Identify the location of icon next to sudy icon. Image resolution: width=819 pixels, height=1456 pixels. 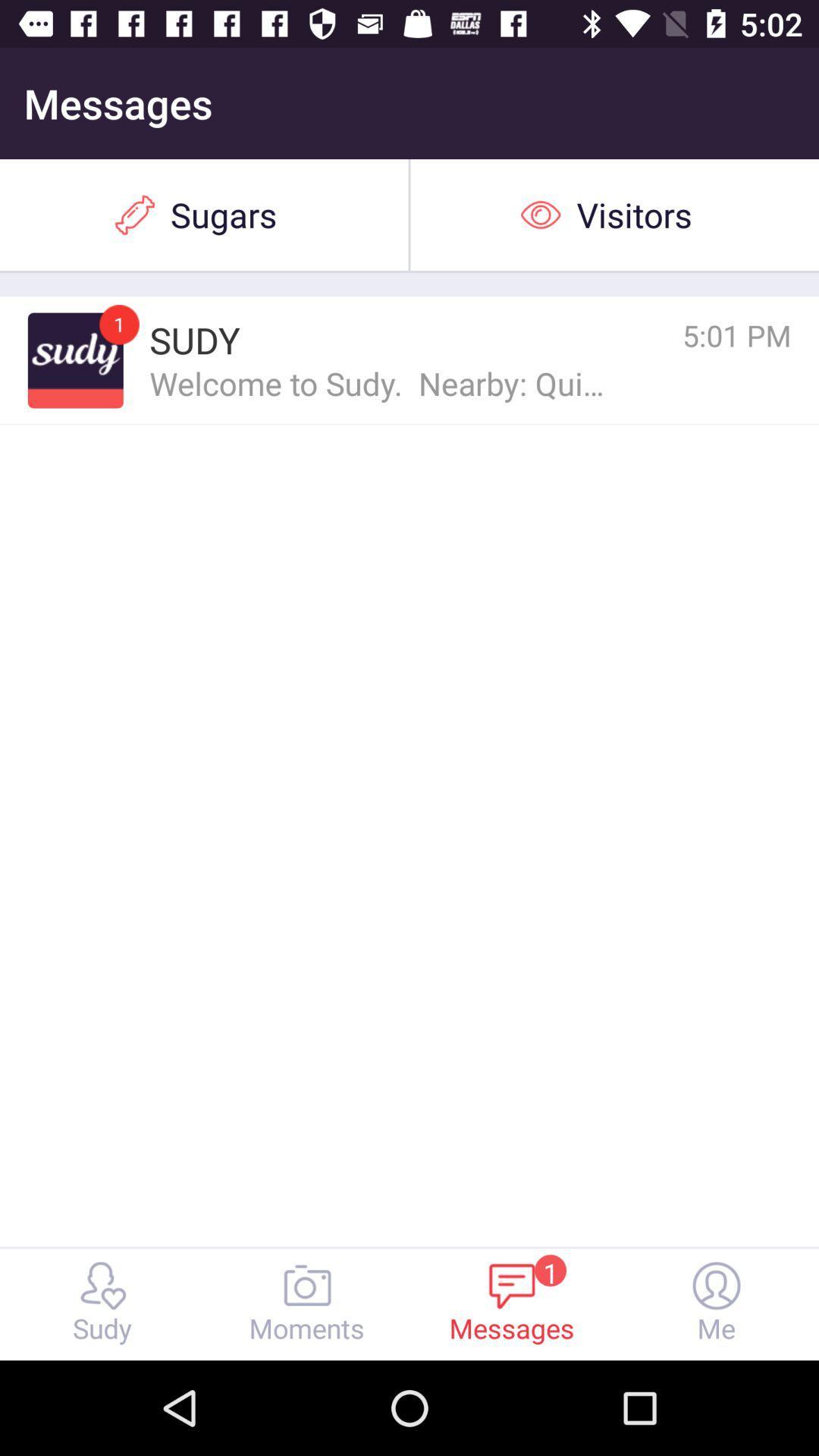
(669, 334).